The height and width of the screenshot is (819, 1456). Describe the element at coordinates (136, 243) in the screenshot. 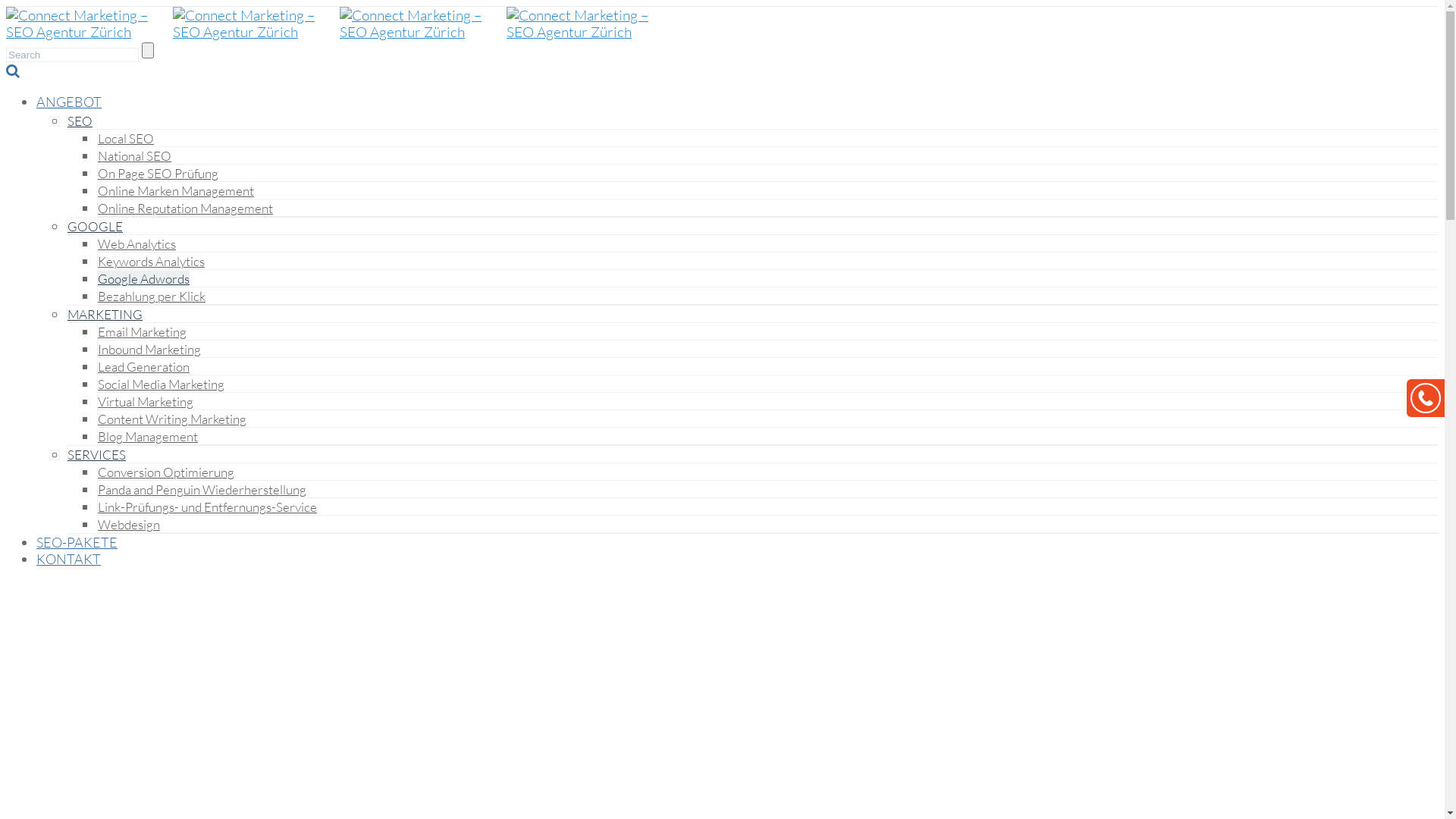

I see `'Web Analytics'` at that location.